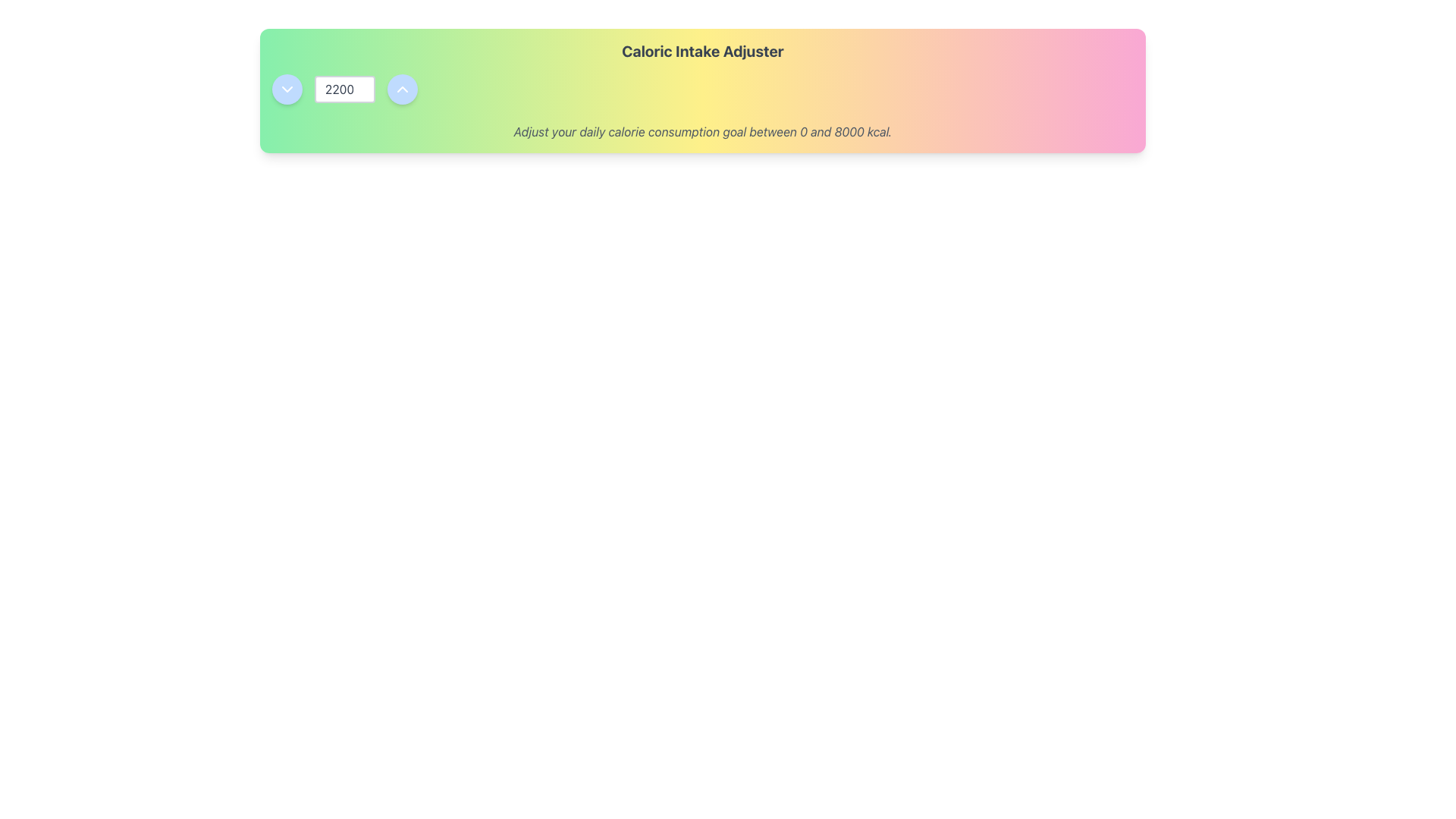 This screenshot has height=819, width=1456. Describe the element at coordinates (287, 89) in the screenshot. I see `the leftmost button that decreases the numerical value next to the input field displaying 2200 to observe the hover effect` at that location.